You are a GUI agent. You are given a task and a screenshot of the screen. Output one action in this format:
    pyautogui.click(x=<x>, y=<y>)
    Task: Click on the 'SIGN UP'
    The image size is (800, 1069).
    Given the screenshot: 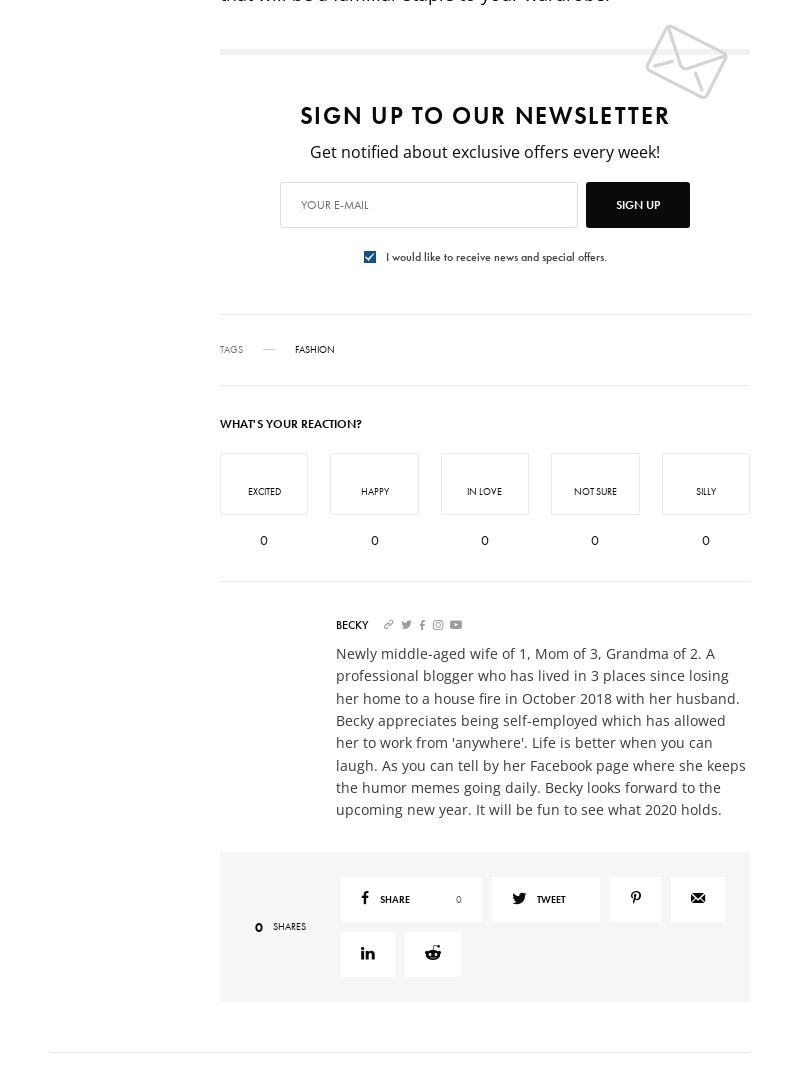 What is the action you would take?
    pyautogui.click(x=637, y=203)
    